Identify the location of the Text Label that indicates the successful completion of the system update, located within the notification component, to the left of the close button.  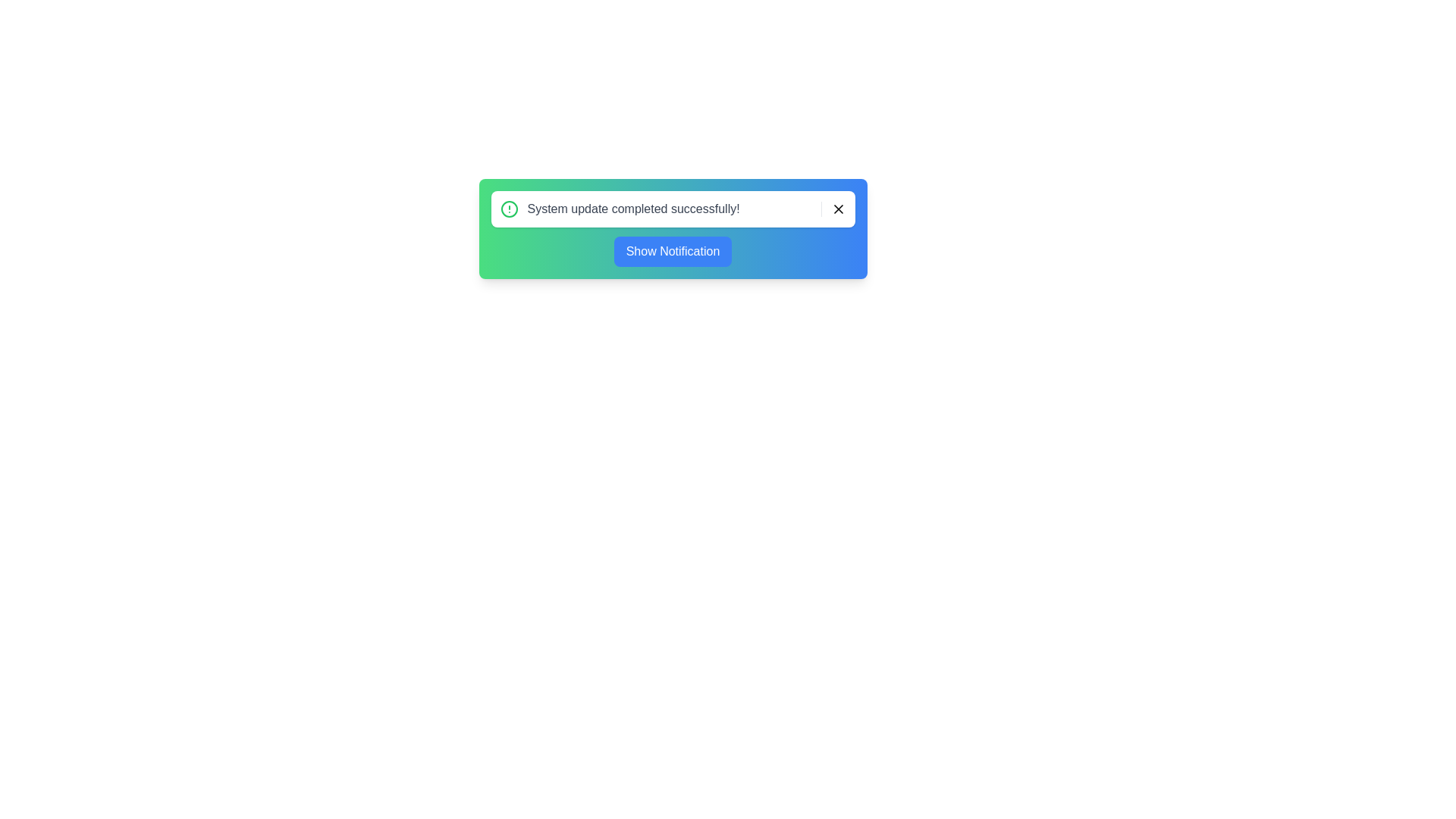
(624, 209).